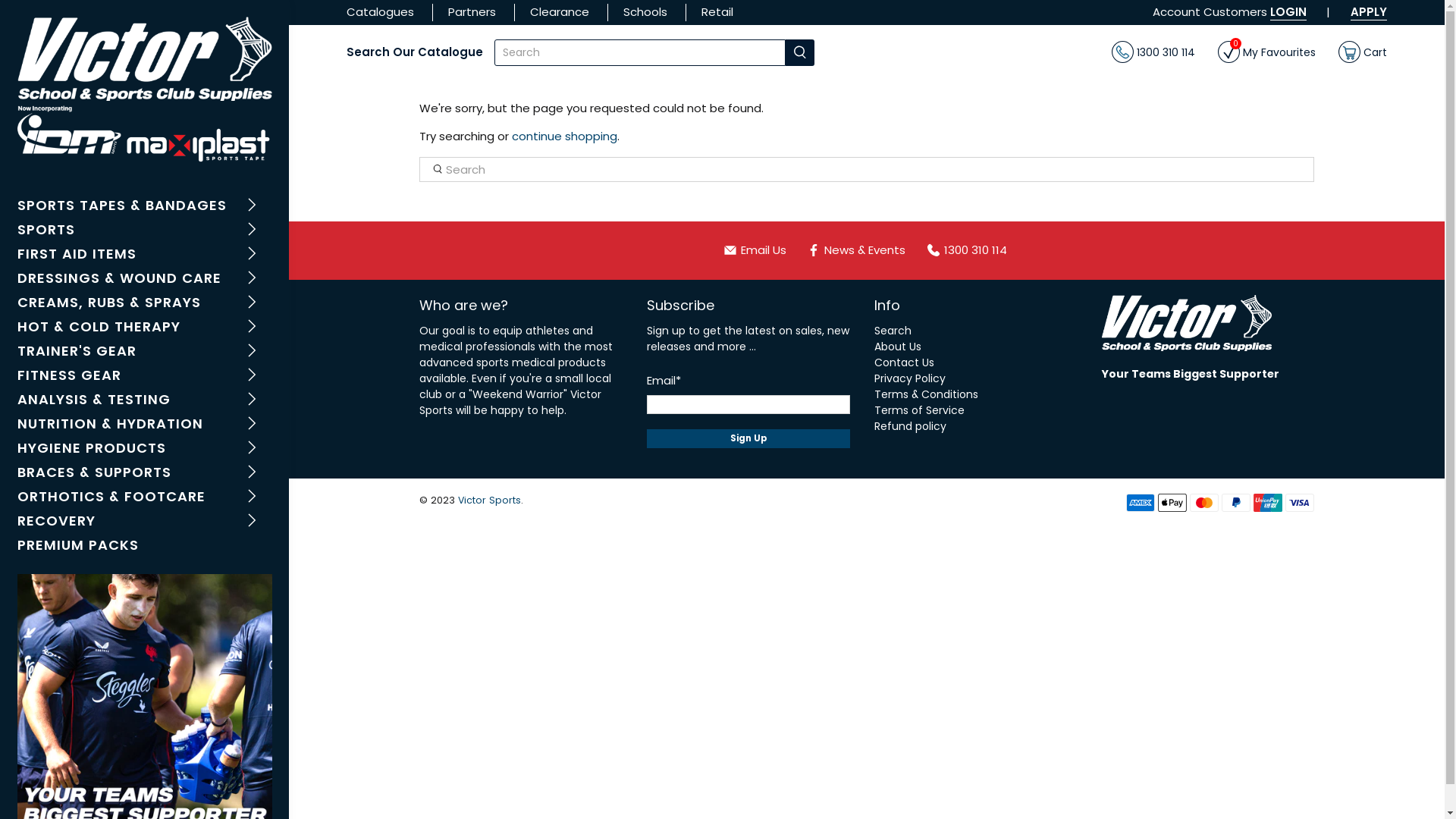  I want to click on 'ANALYSIS & TESTING', so click(17, 400).